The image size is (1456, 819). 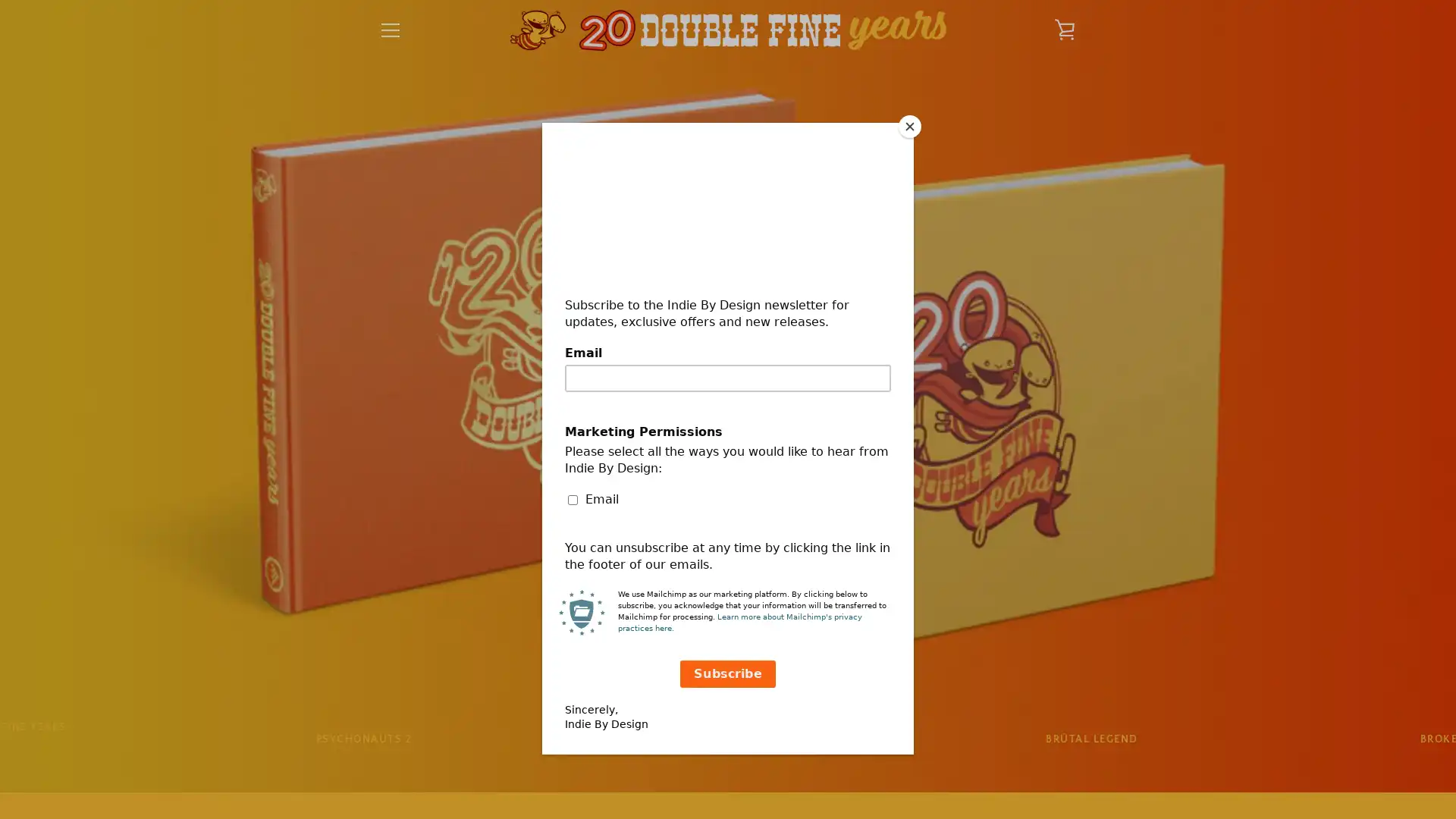 I want to click on Dismiss, so click(x=896, y=275).